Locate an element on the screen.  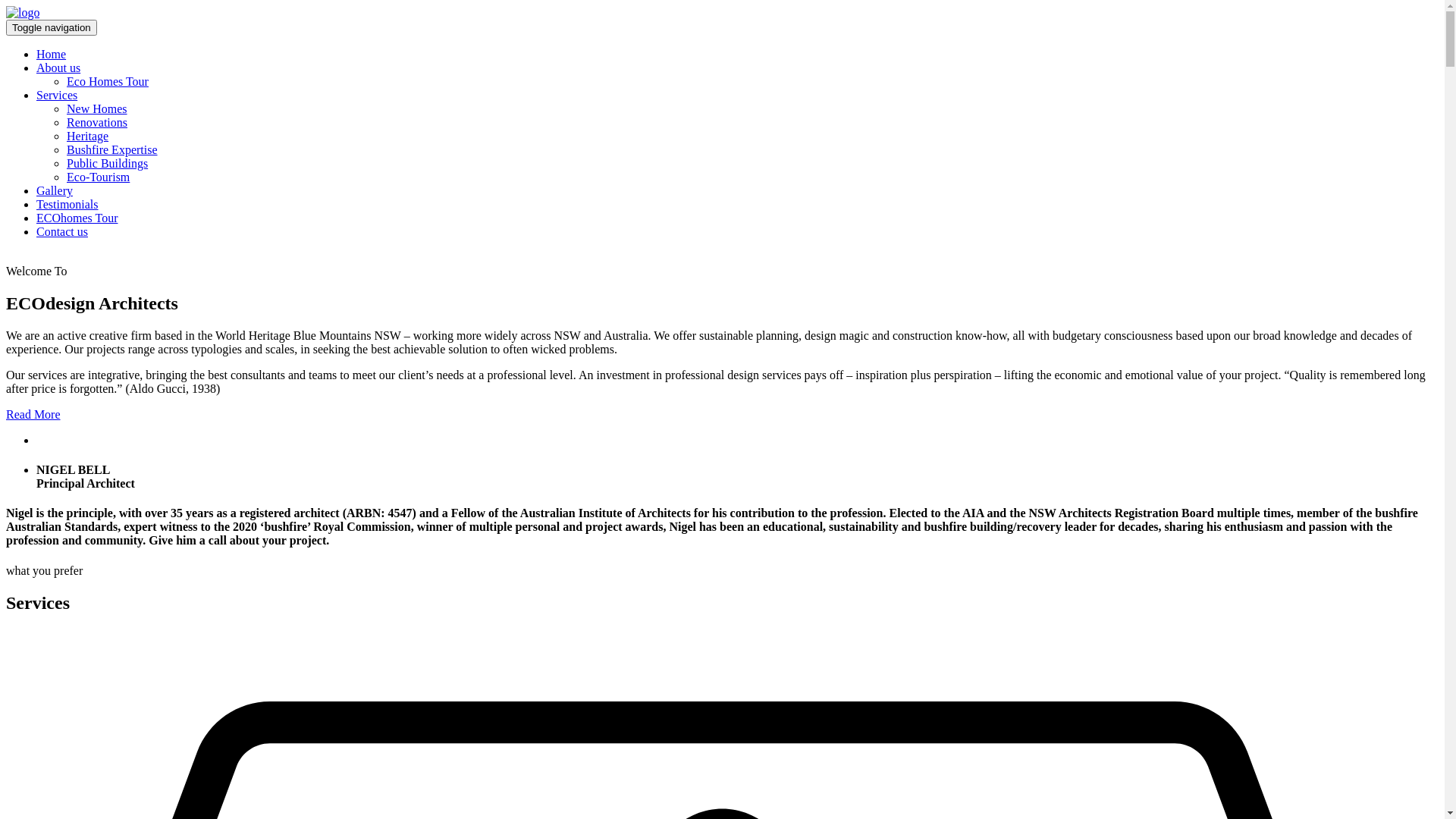
'Eco Homes Tour' is located at coordinates (107, 81).